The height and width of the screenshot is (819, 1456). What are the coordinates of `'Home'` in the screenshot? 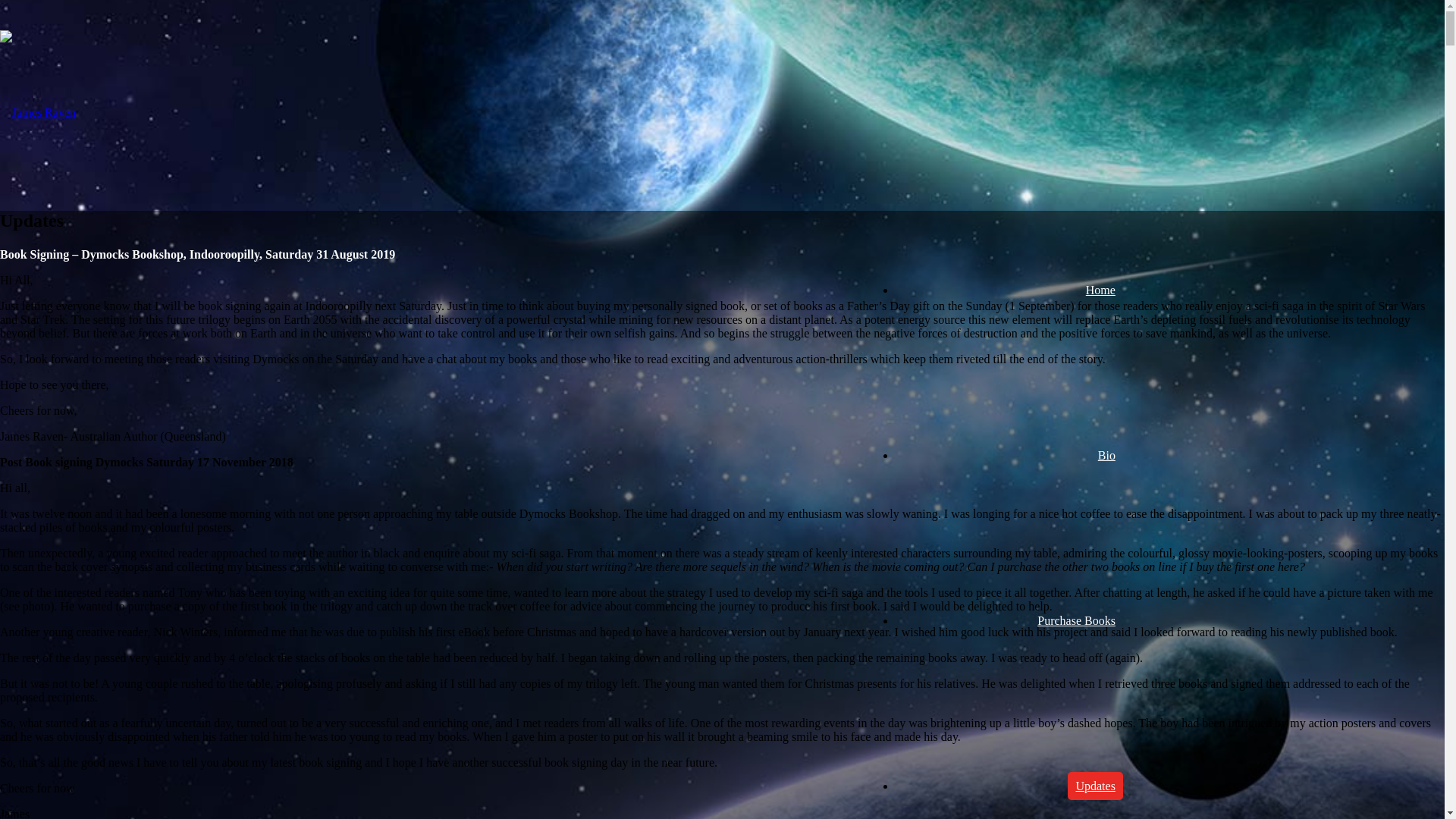 It's located at (1100, 290).